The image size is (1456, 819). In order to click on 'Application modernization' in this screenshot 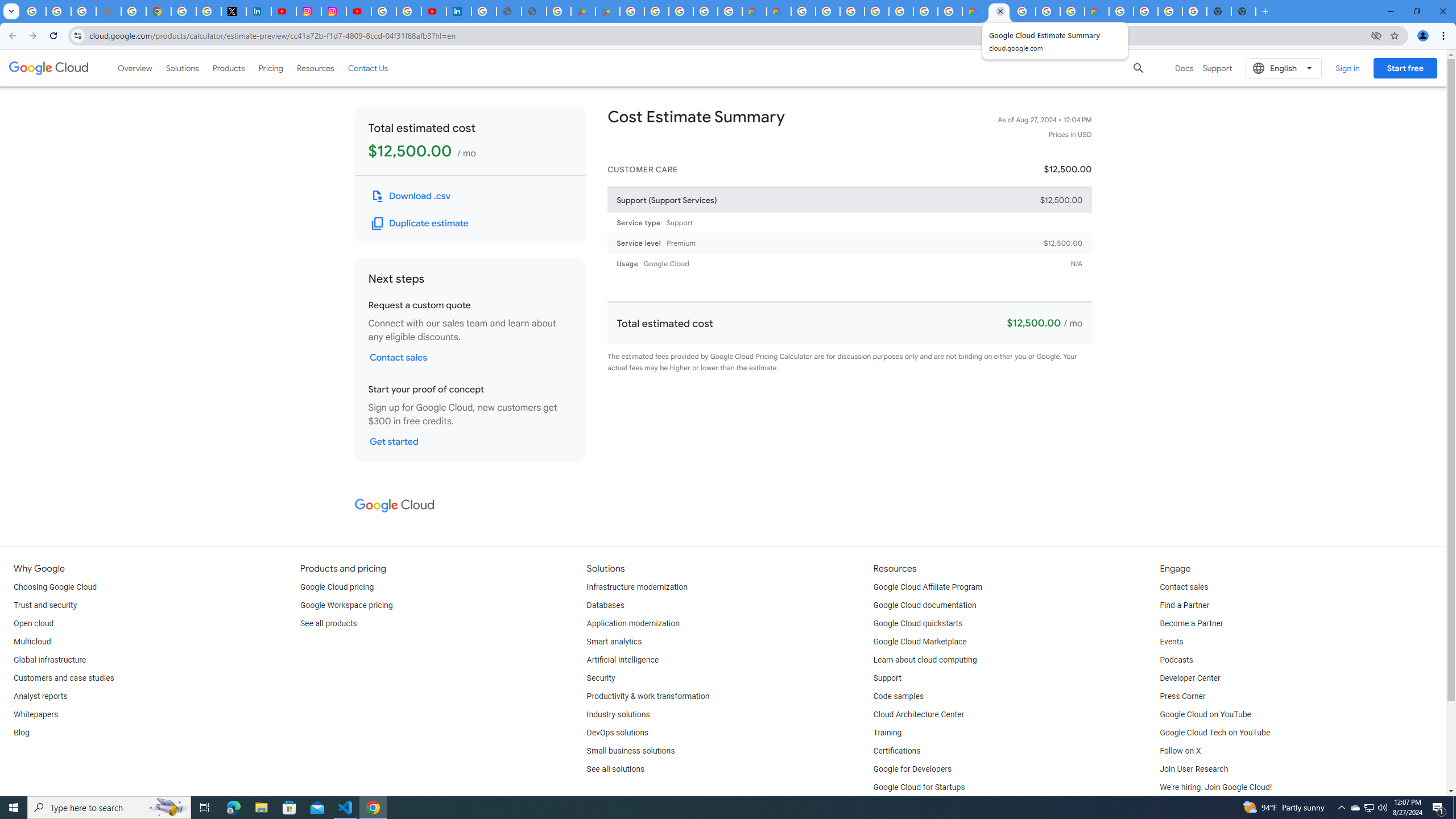, I will do `click(632, 623)`.